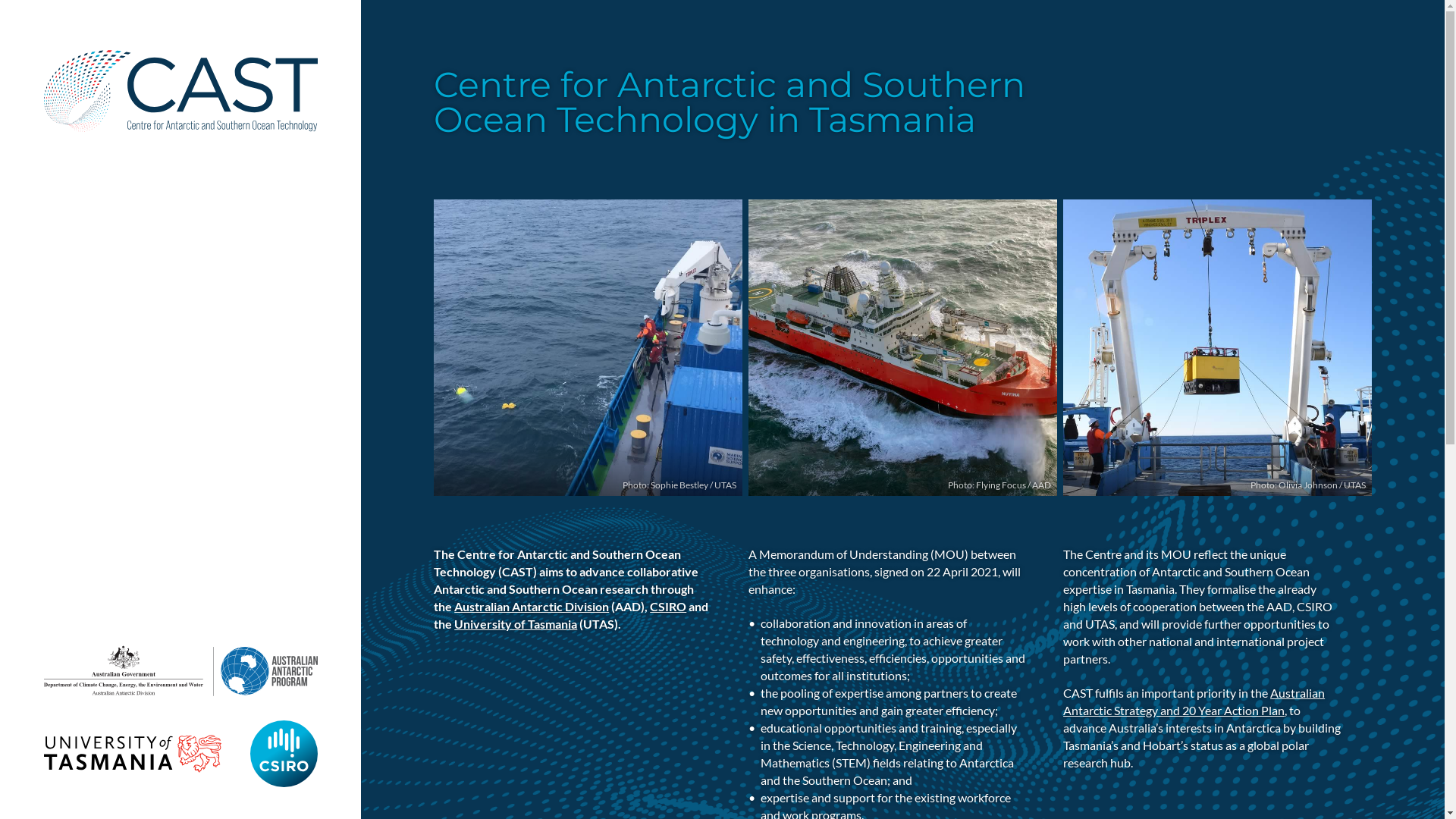 This screenshot has width=1456, height=819. What do you see at coordinates (1193, 701) in the screenshot?
I see `'Australian Antarctic Strategy and 20 Year Action Plan'` at bounding box center [1193, 701].